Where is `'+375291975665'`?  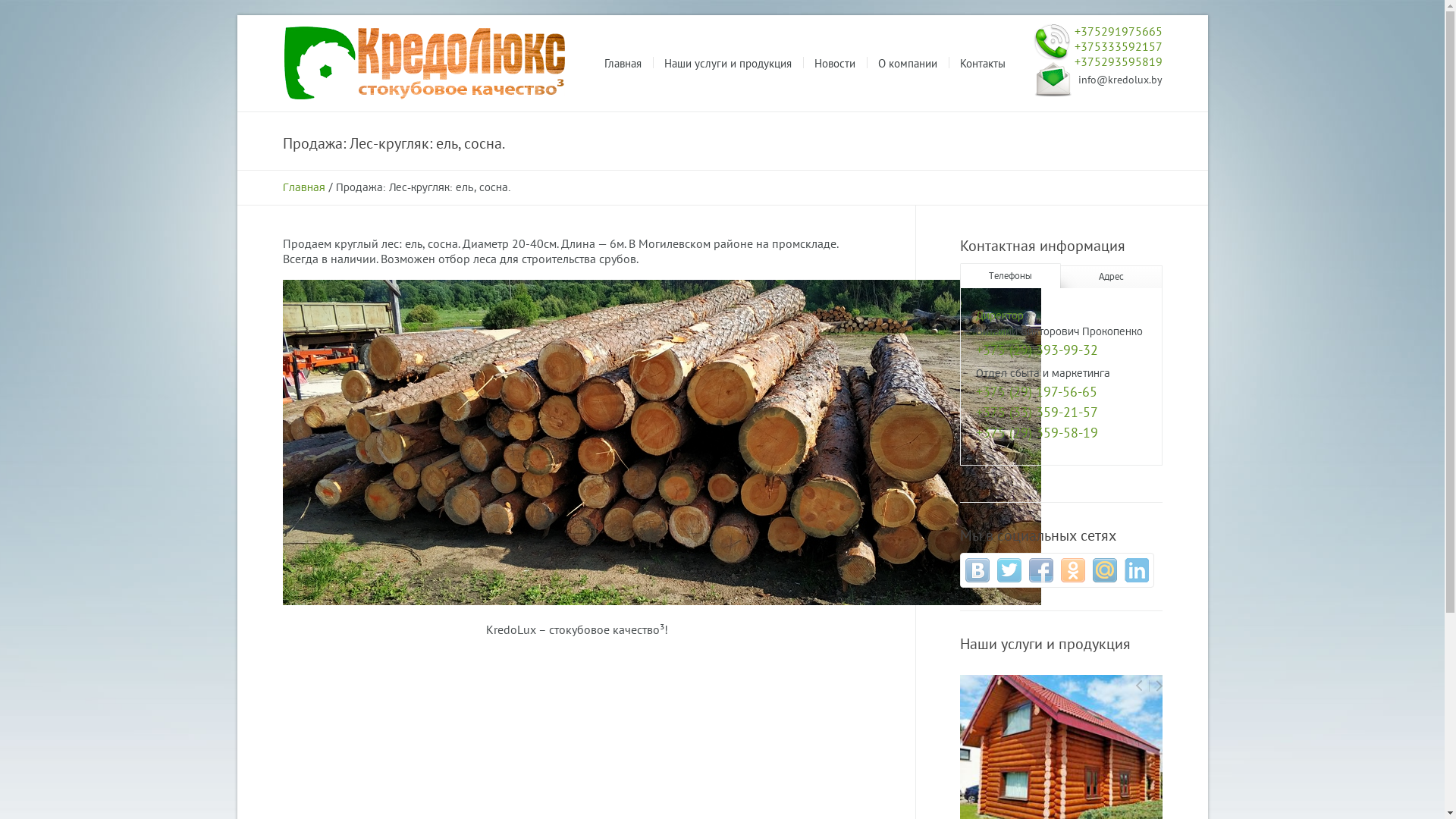 '+375291975665' is located at coordinates (1117, 31).